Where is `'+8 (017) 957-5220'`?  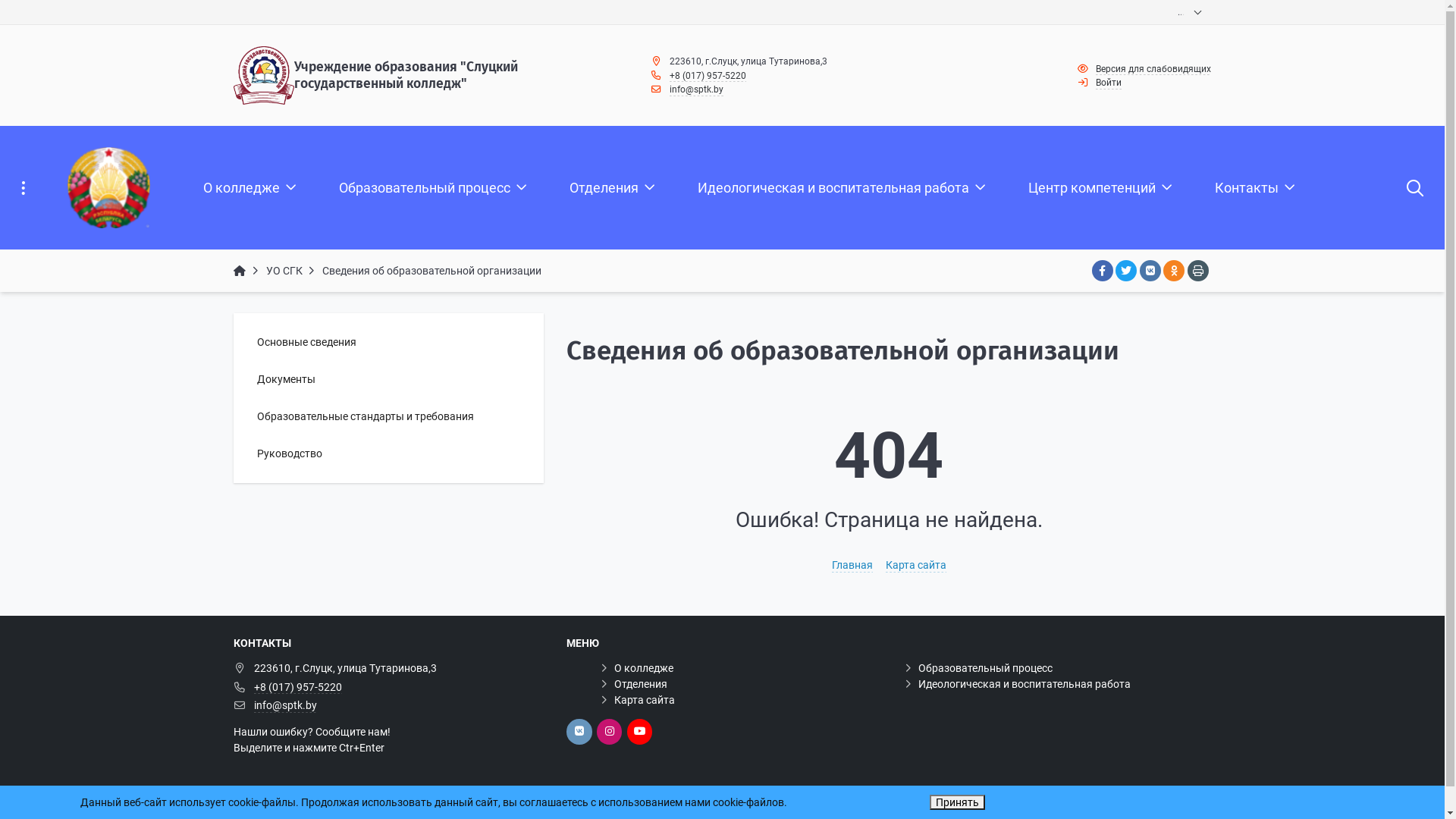 '+8 (017) 957-5220' is located at coordinates (298, 687).